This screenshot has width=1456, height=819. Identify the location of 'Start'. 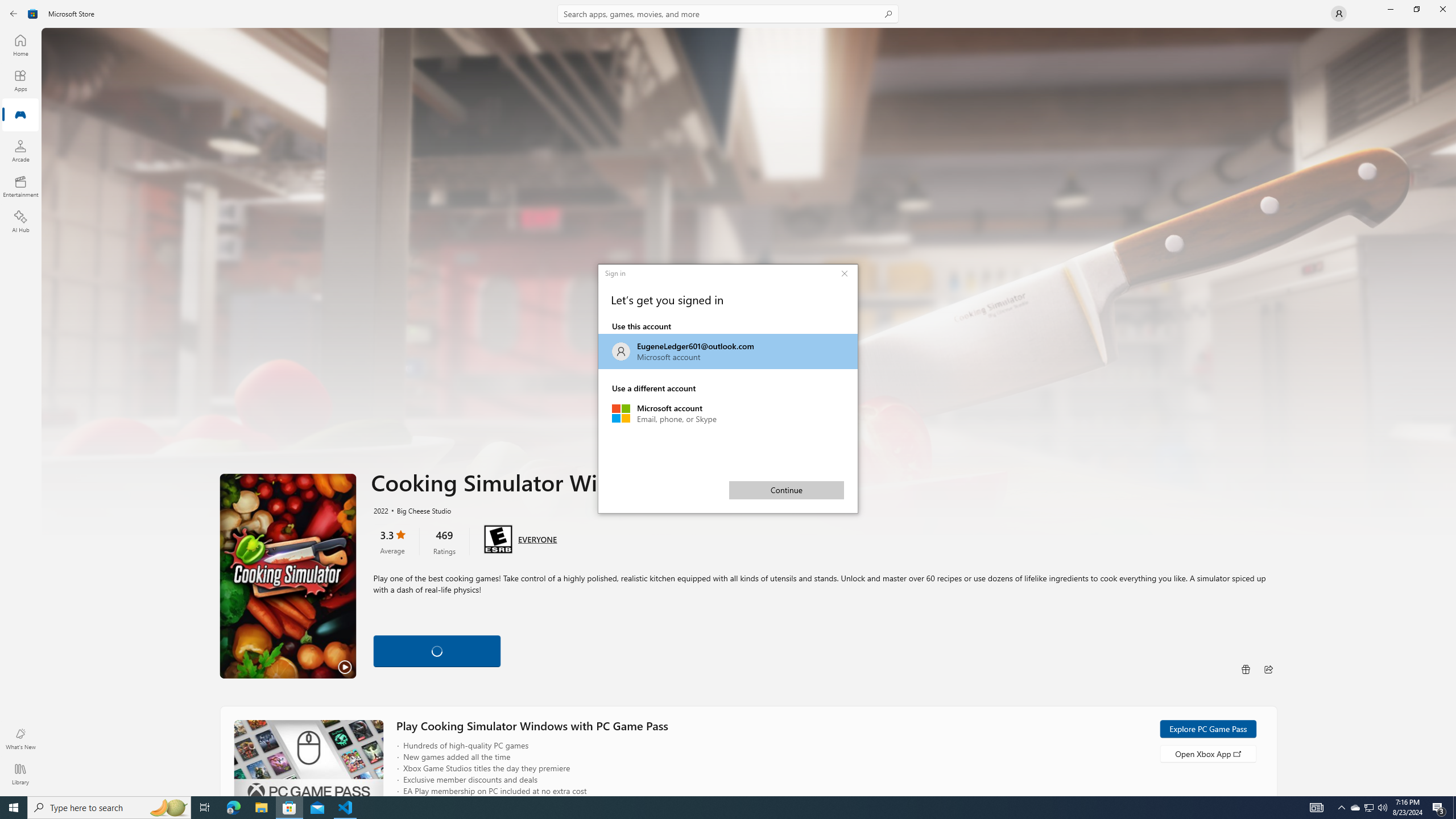
(14, 806).